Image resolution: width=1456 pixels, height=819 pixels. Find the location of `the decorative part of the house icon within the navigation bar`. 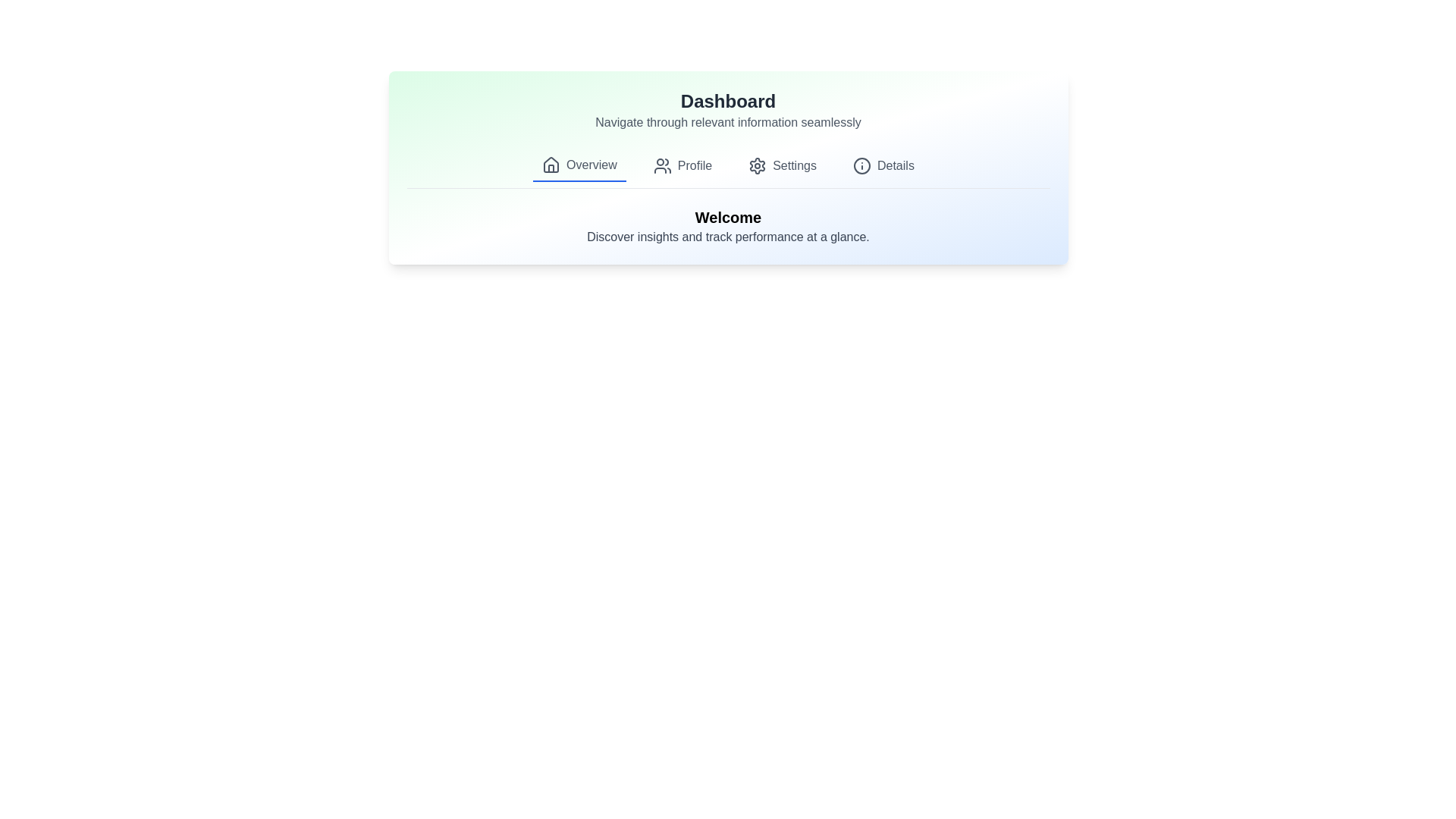

the decorative part of the house icon within the navigation bar is located at coordinates (551, 168).